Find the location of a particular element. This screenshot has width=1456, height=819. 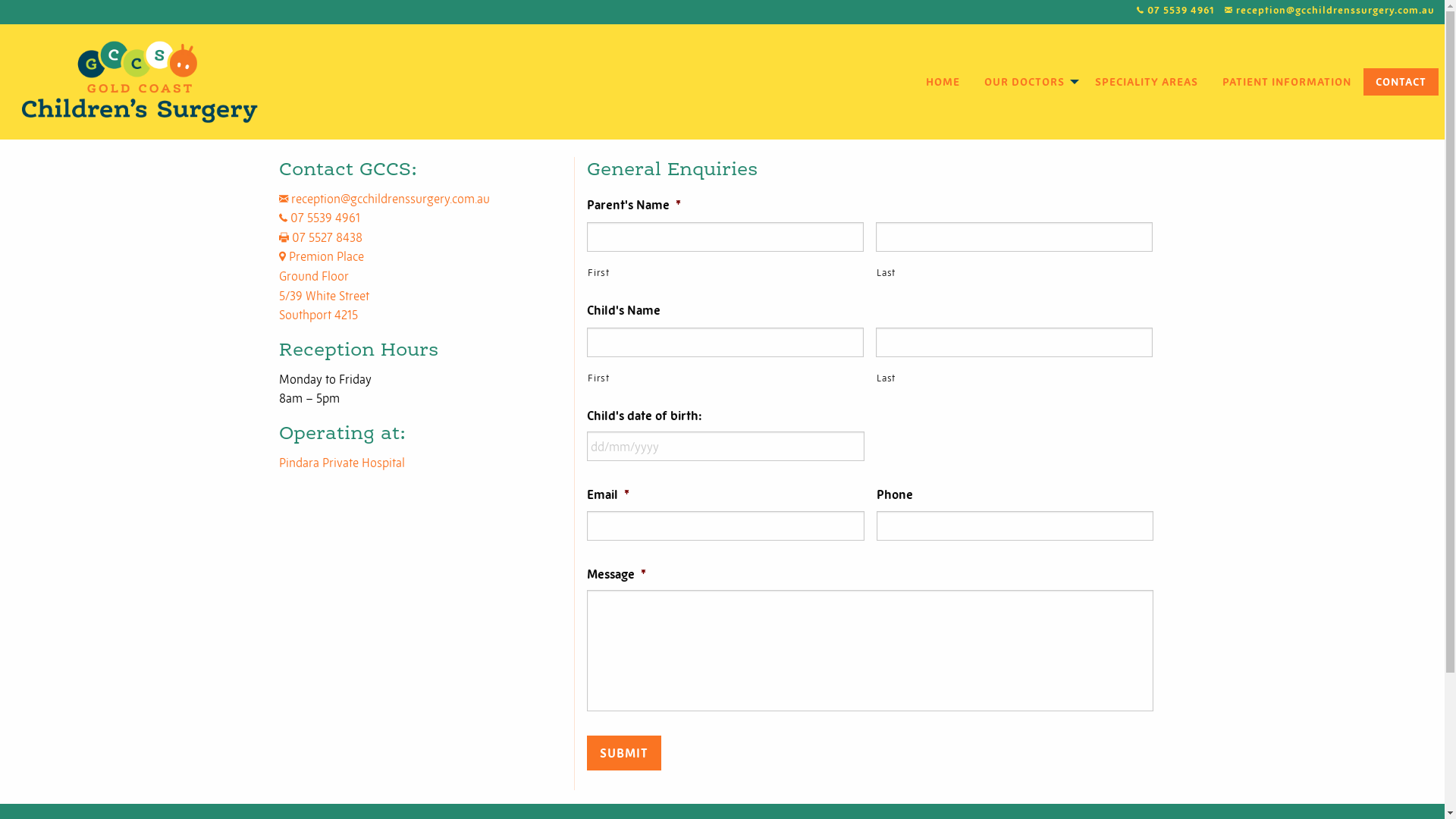

'reception@gcchildrenssurgery.com.au' is located at coordinates (384, 198).